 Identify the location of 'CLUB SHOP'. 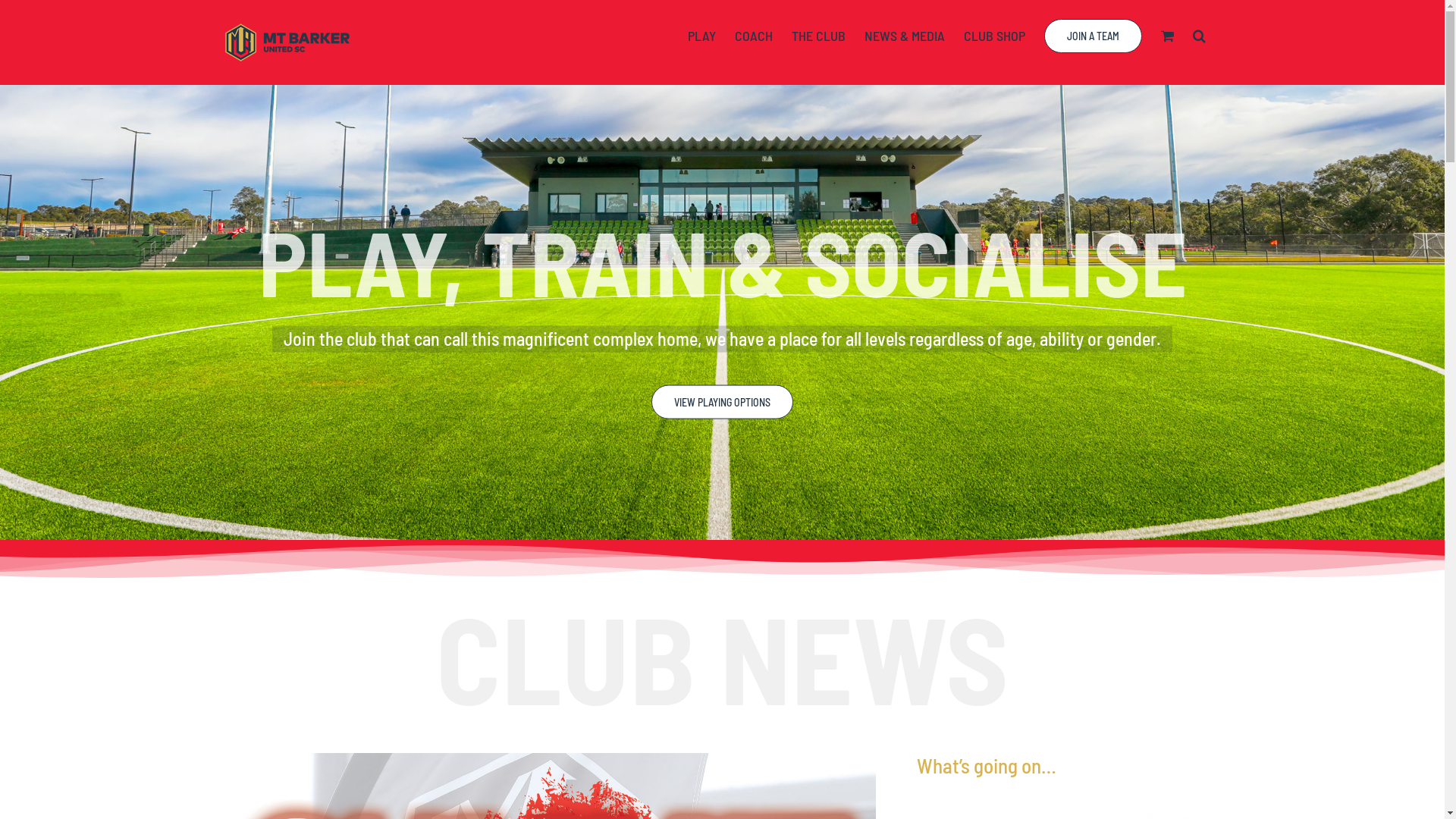
(994, 34).